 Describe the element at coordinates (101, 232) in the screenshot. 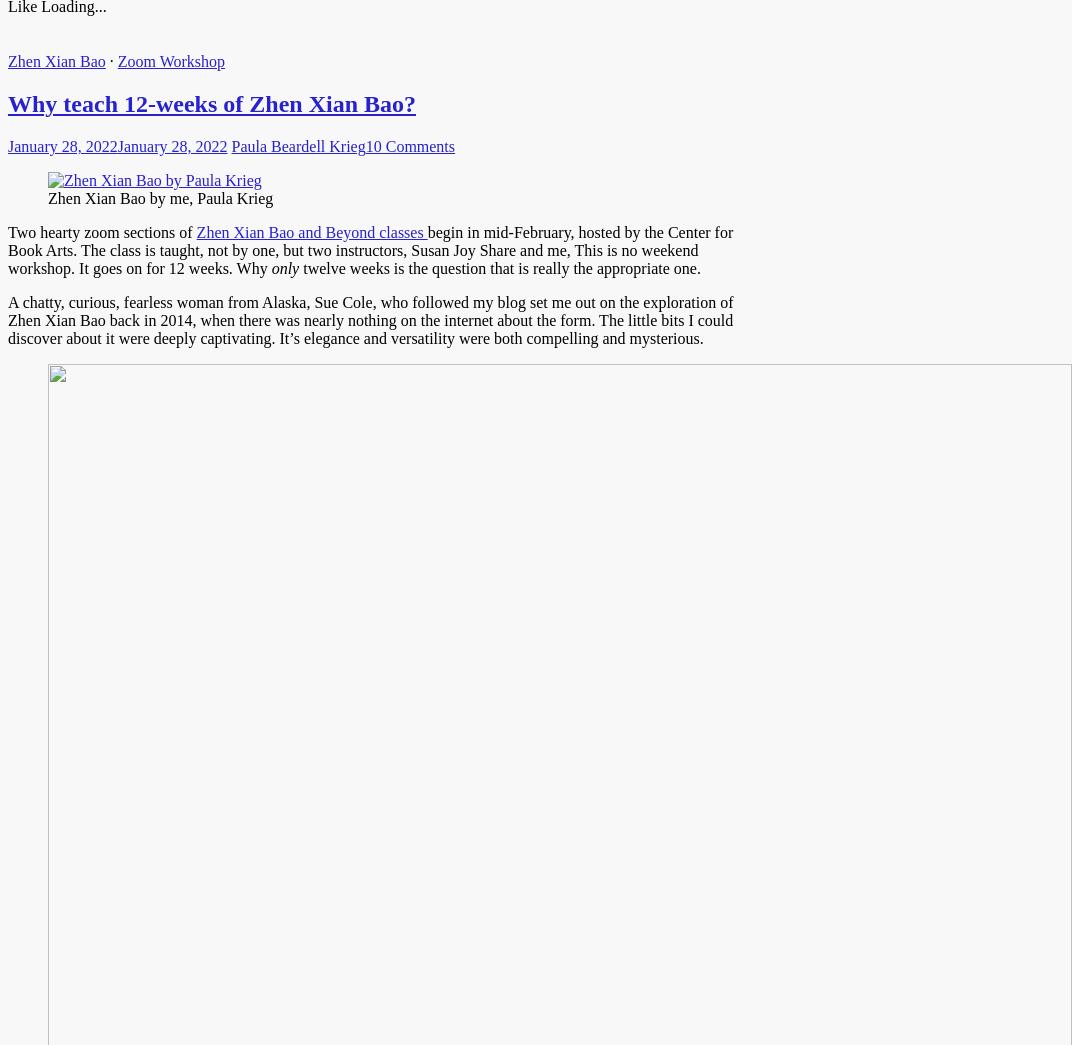

I see `'Two hearty zoom sections of'` at that location.